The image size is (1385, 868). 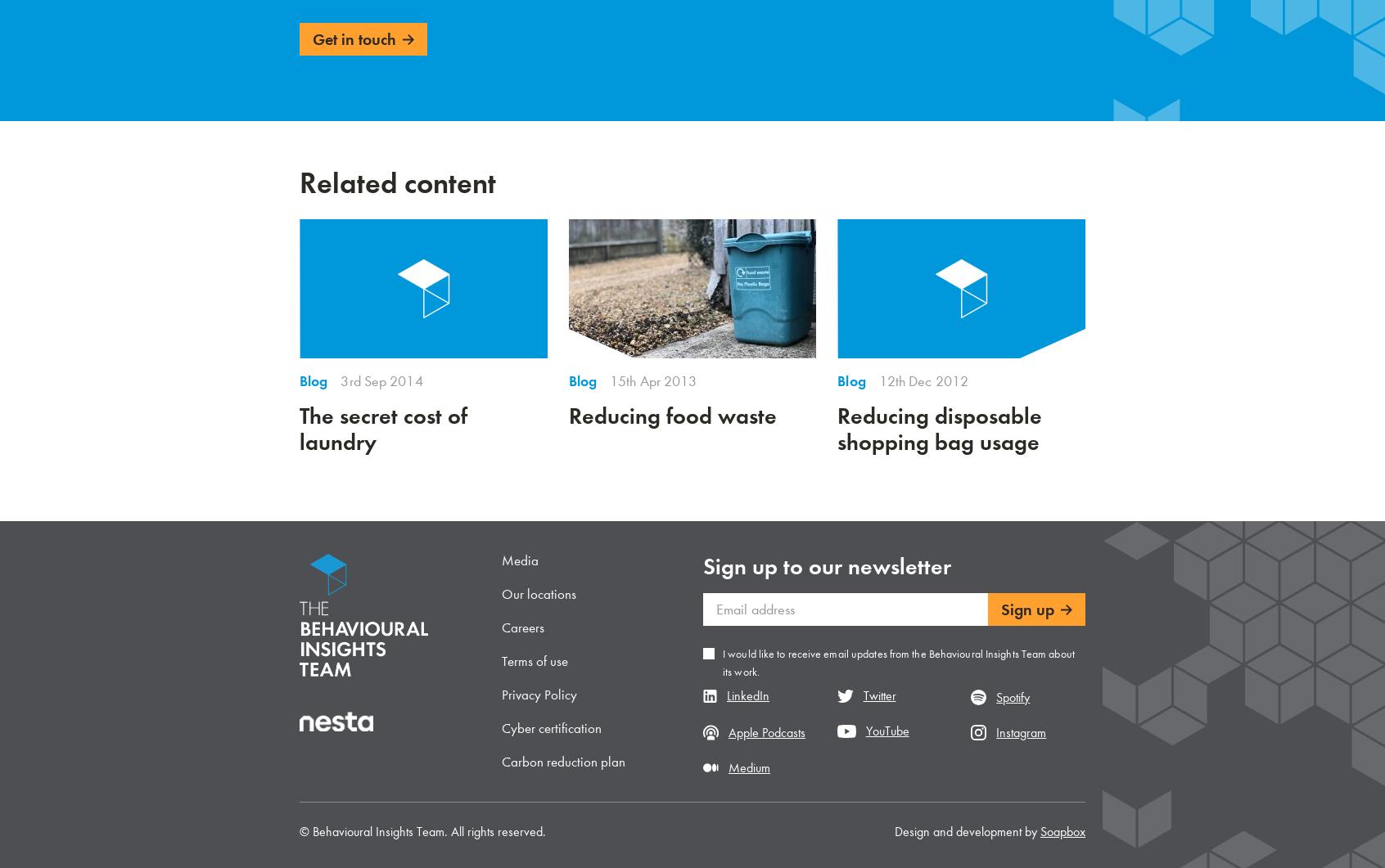 I want to click on 'Instagram', so click(x=1021, y=731).